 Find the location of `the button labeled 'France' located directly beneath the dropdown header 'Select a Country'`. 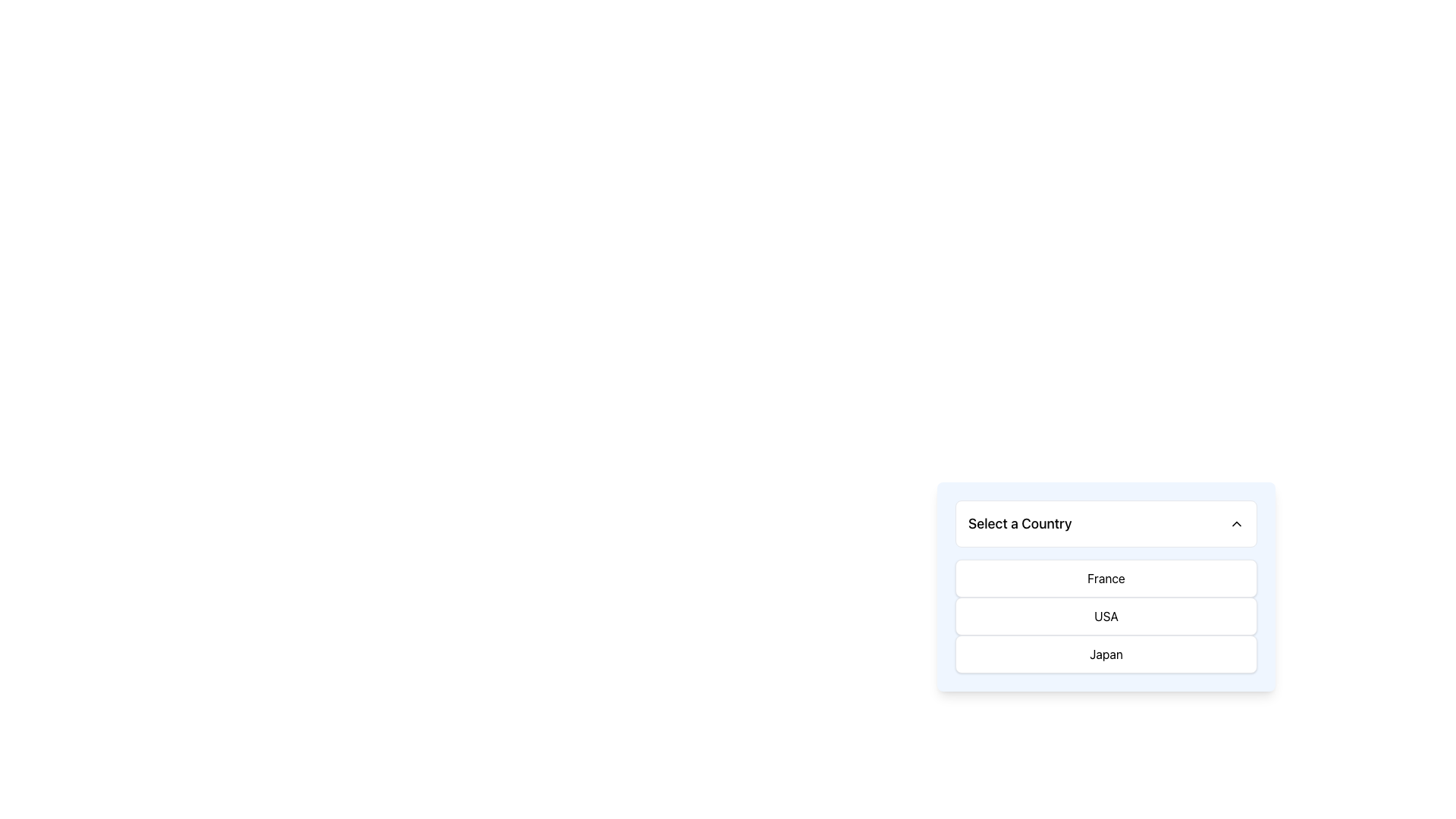

the button labeled 'France' located directly beneath the dropdown header 'Select a Country' is located at coordinates (1106, 586).